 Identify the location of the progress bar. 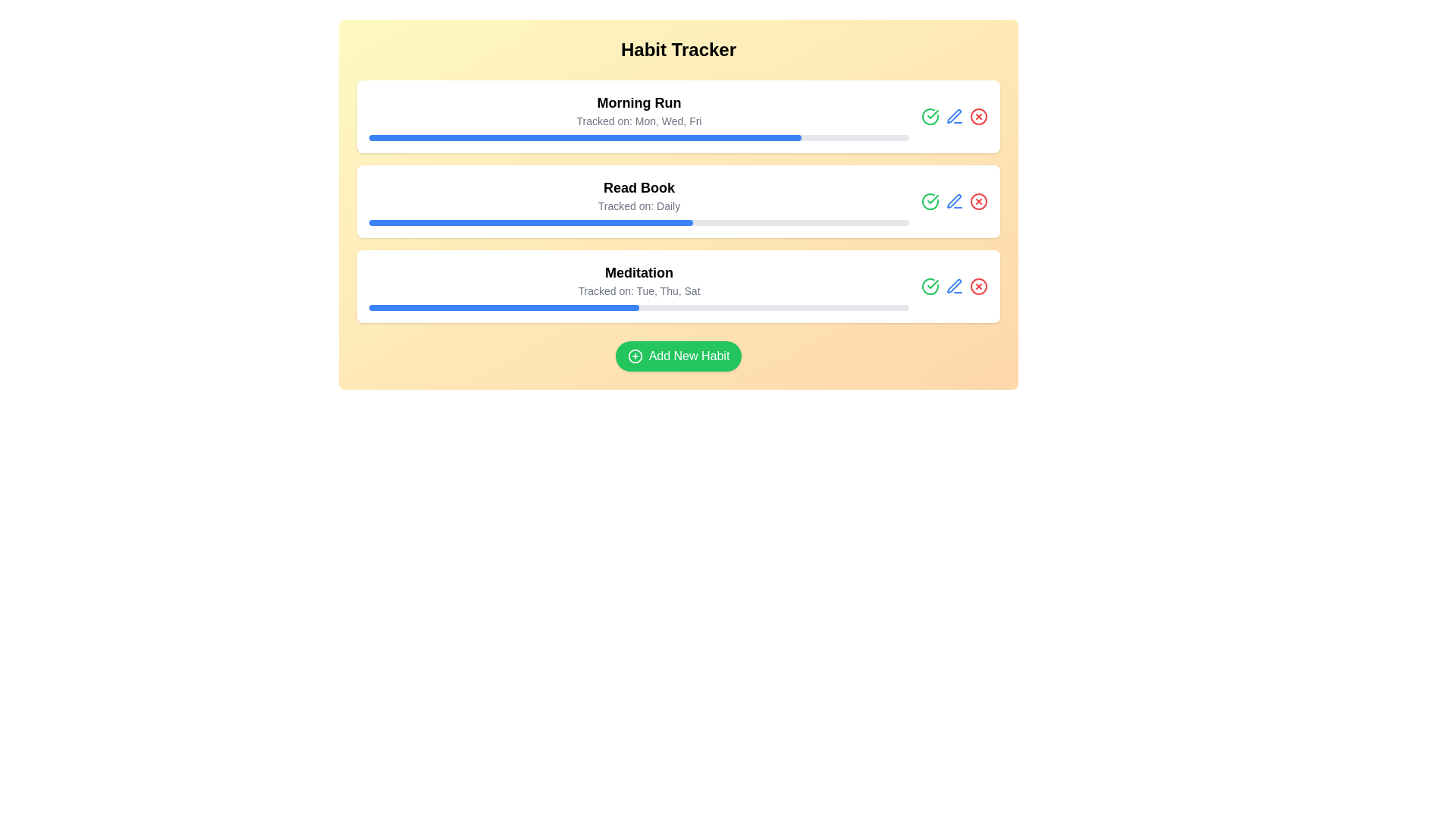
(398, 222).